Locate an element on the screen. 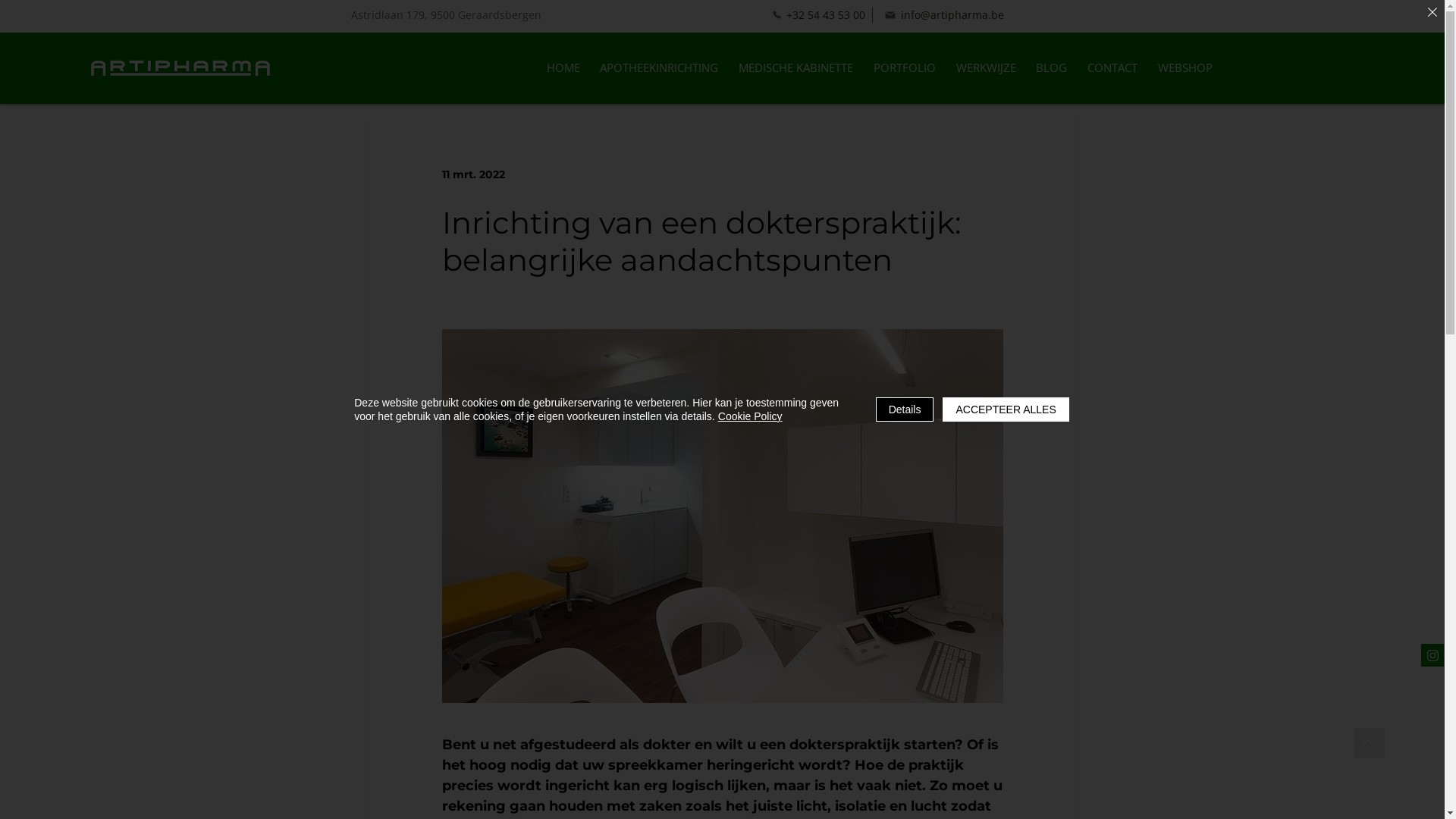  'WERKWIJZE' is located at coordinates (946, 67).